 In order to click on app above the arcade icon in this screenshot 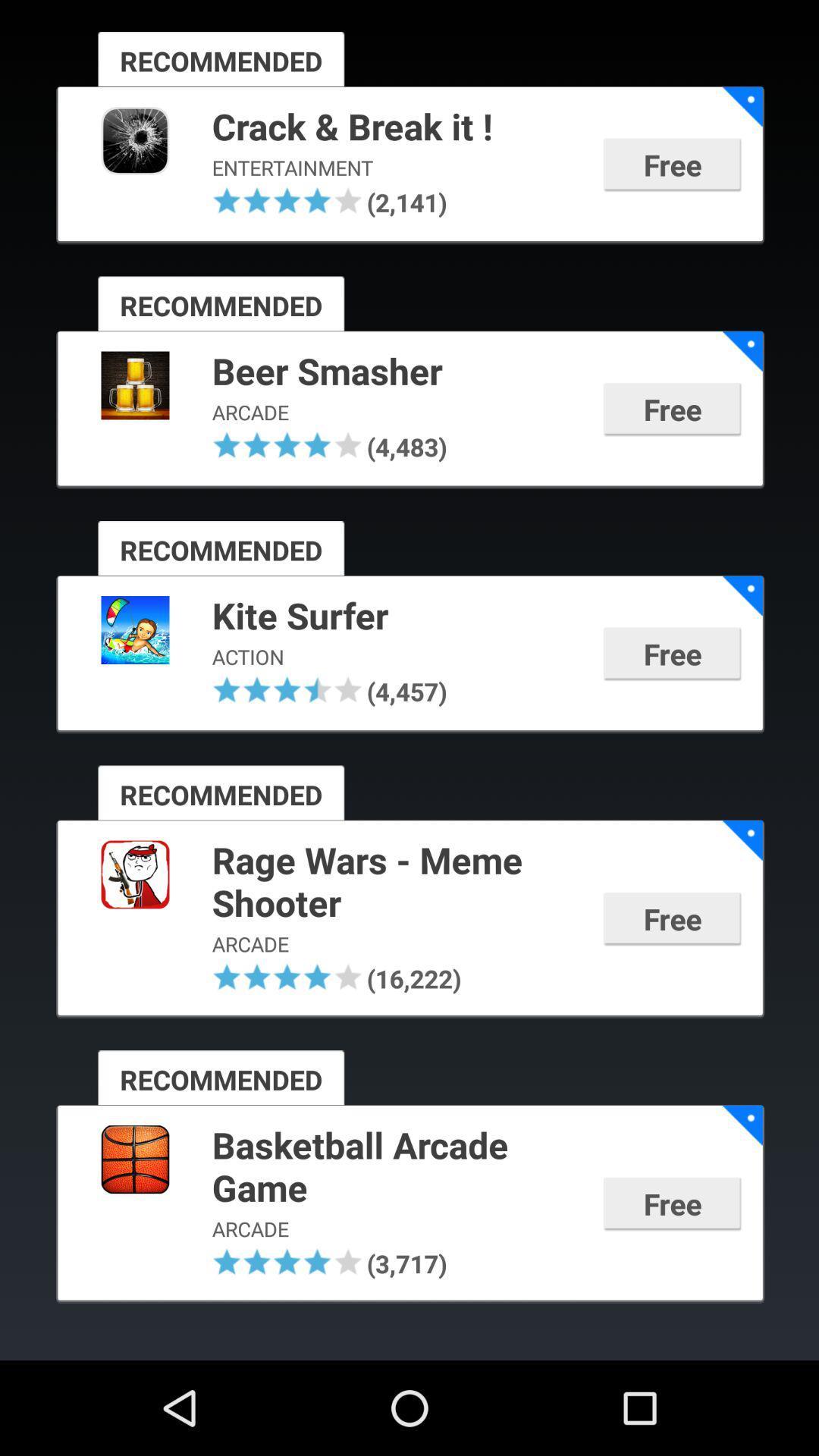, I will do `click(397, 1167)`.